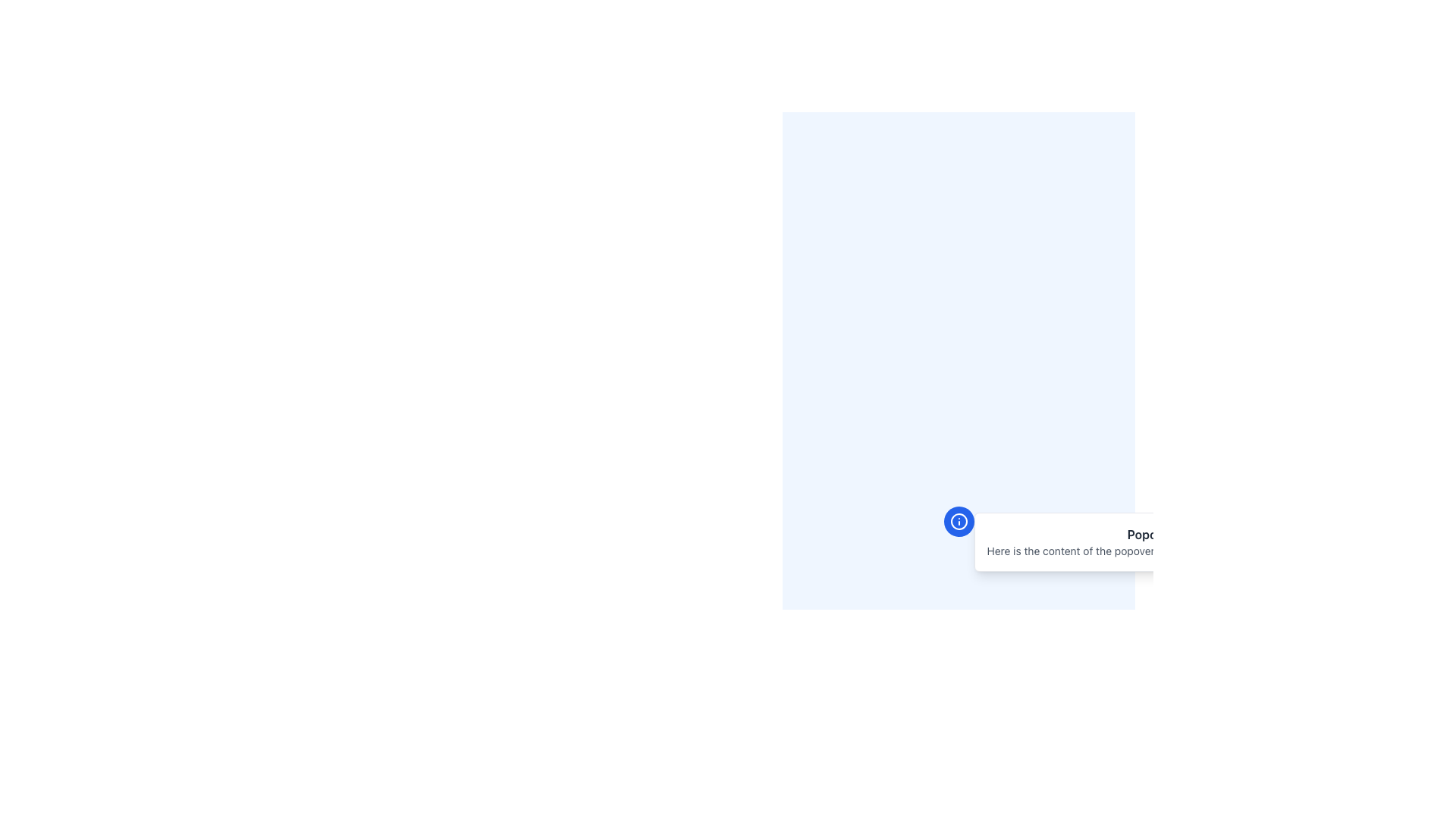  What do you see at coordinates (958, 520) in the screenshot?
I see `the information/help icon located in the bottom-right region of the interface, which is part of an interactive toggle button that triggers a popover or tooltip when clicked` at bounding box center [958, 520].